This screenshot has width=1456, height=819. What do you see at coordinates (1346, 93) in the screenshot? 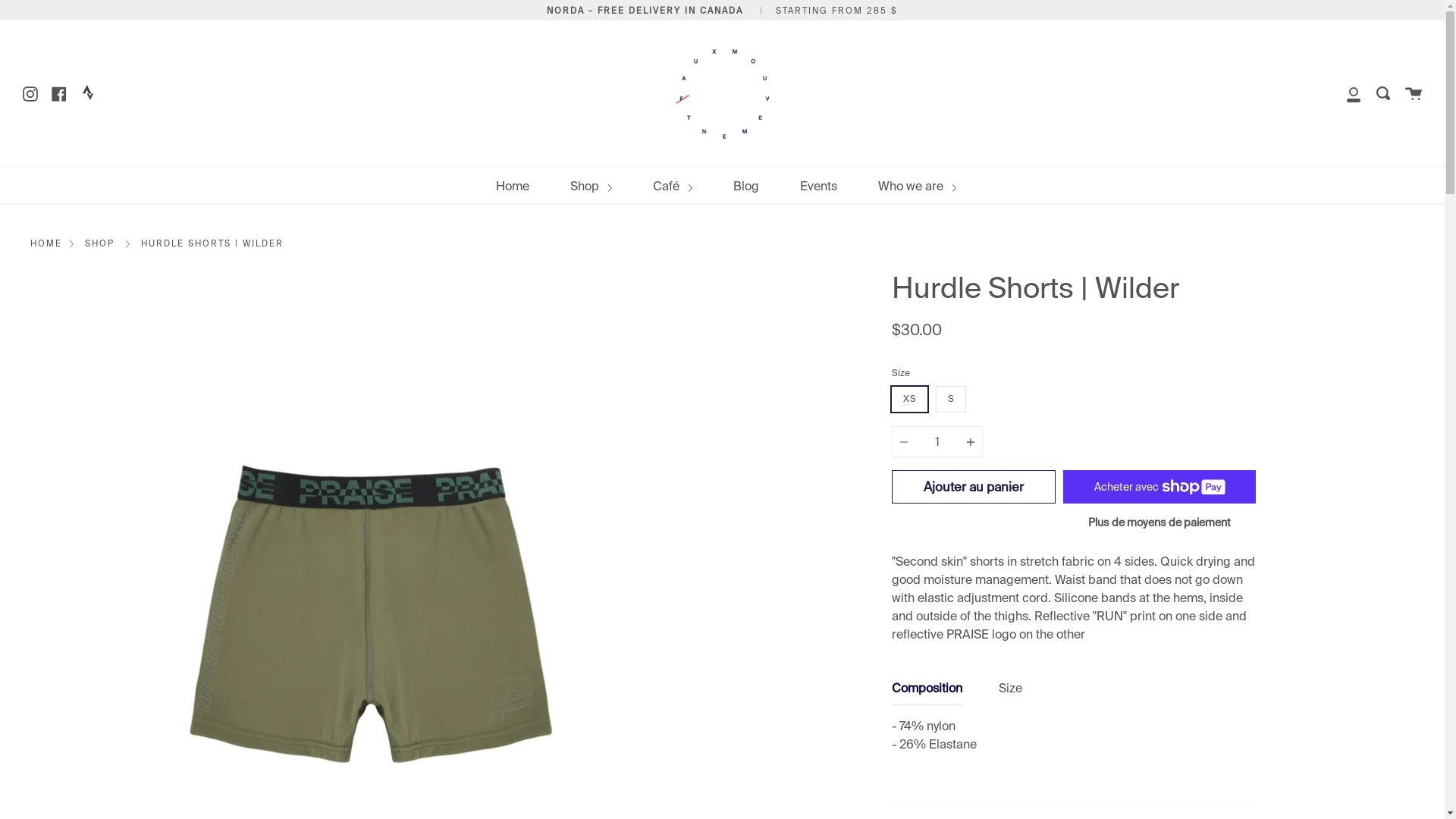
I see `'Account'` at bounding box center [1346, 93].